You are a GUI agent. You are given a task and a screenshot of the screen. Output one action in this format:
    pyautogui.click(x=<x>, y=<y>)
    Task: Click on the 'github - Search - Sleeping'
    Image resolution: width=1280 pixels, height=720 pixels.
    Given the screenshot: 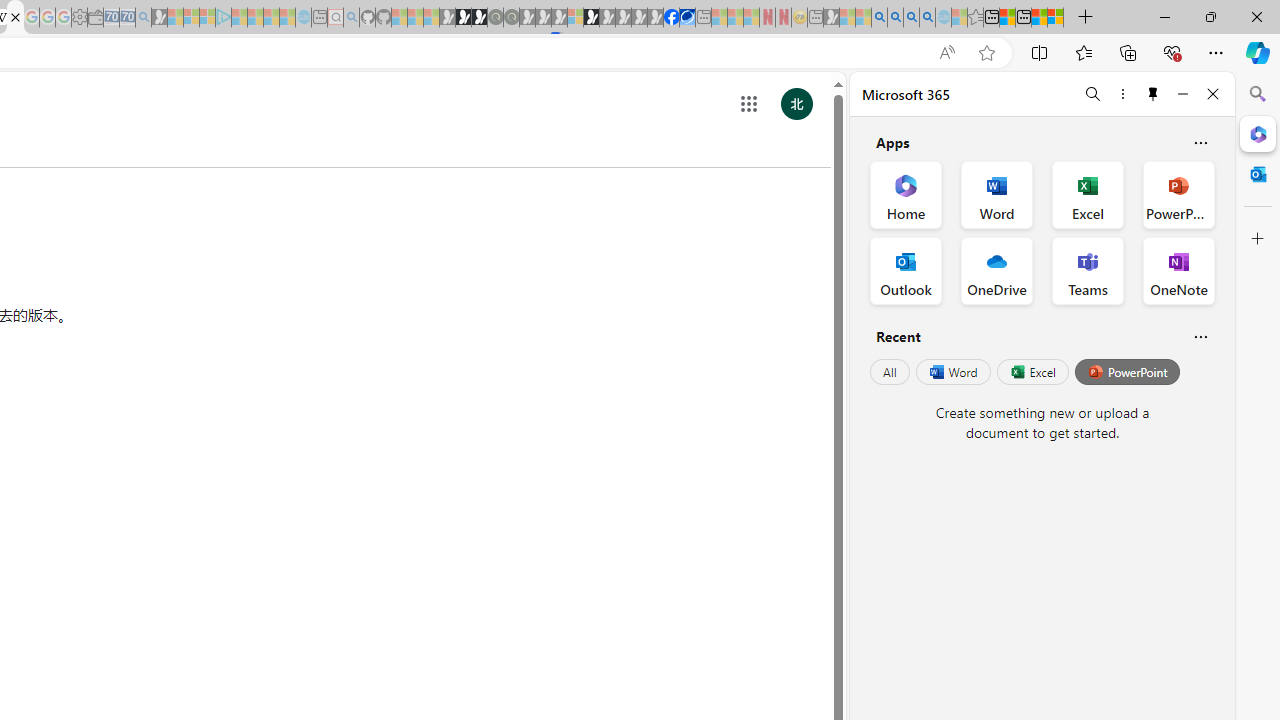 What is the action you would take?
    pyautogui.click(x=352, y=17)
    